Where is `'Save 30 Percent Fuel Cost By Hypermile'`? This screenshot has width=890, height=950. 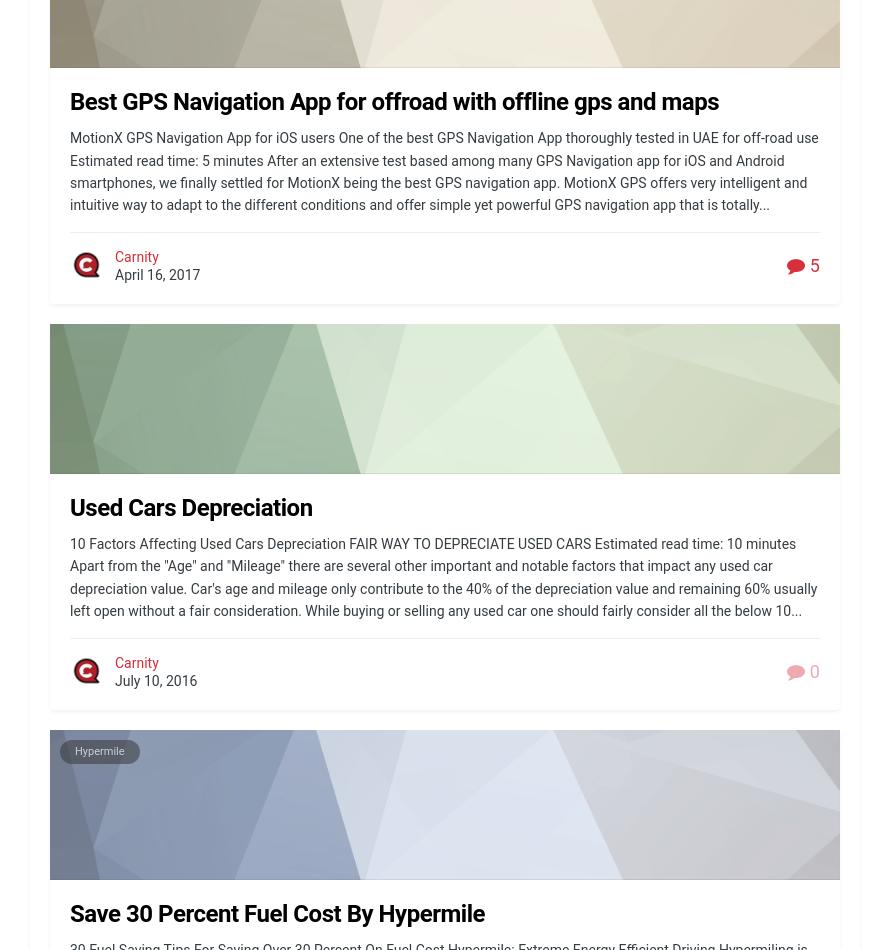 'Save 30 Percent Fuel Cost By Hypermile' is located at coordinates (70, 912).